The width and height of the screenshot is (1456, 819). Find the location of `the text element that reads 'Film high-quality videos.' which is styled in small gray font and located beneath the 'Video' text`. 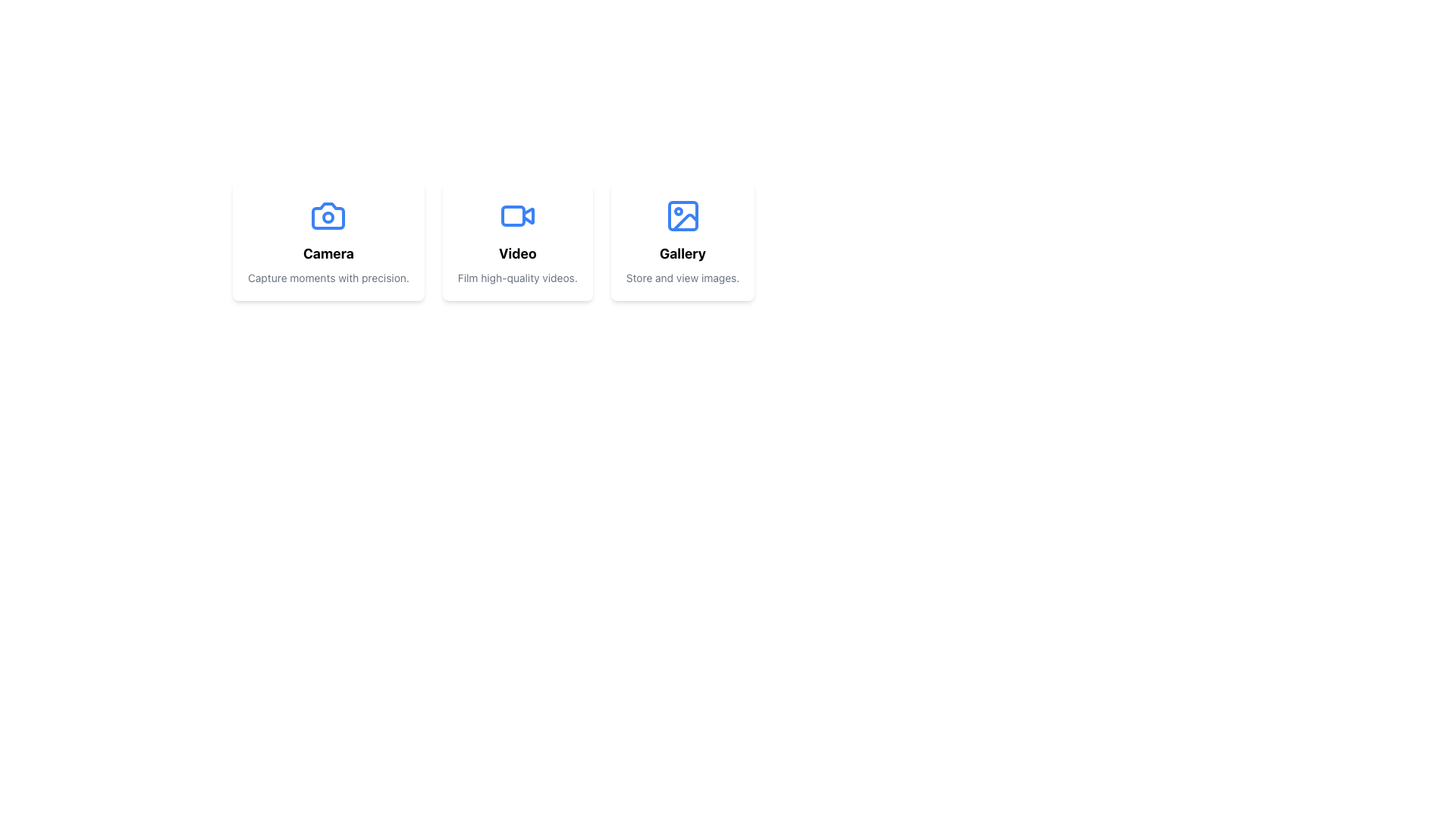

the text element that reads 'Film high-quality videos.' which is styled in small gray font and located beneath the 'Video' text is located at coordinates (517, 278).